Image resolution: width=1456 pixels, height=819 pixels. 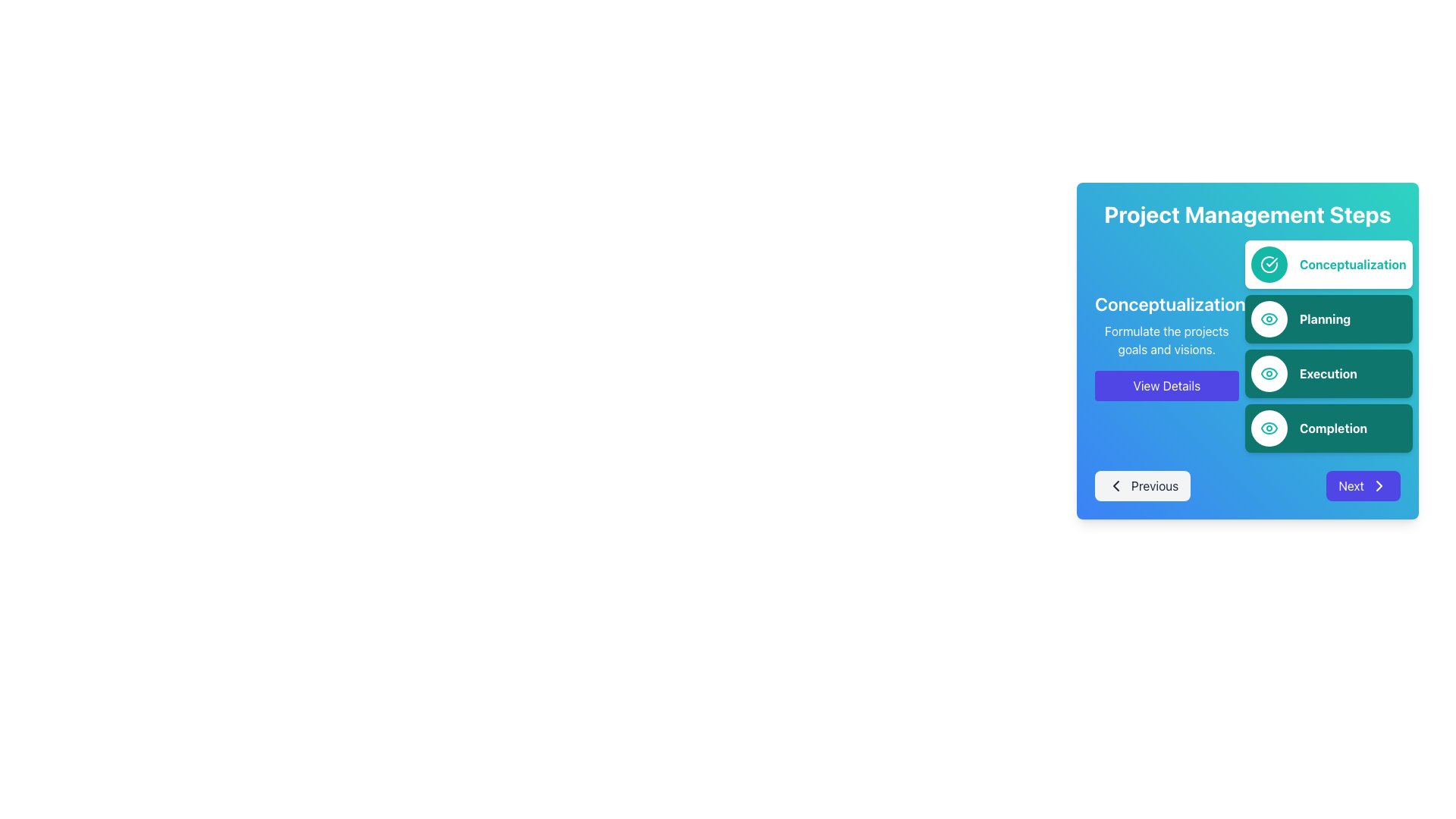 I want to click on icon that serves as a visual indicator for accessing details related to the 'Execution' step in the project management process, so click(x=1269, y=318).